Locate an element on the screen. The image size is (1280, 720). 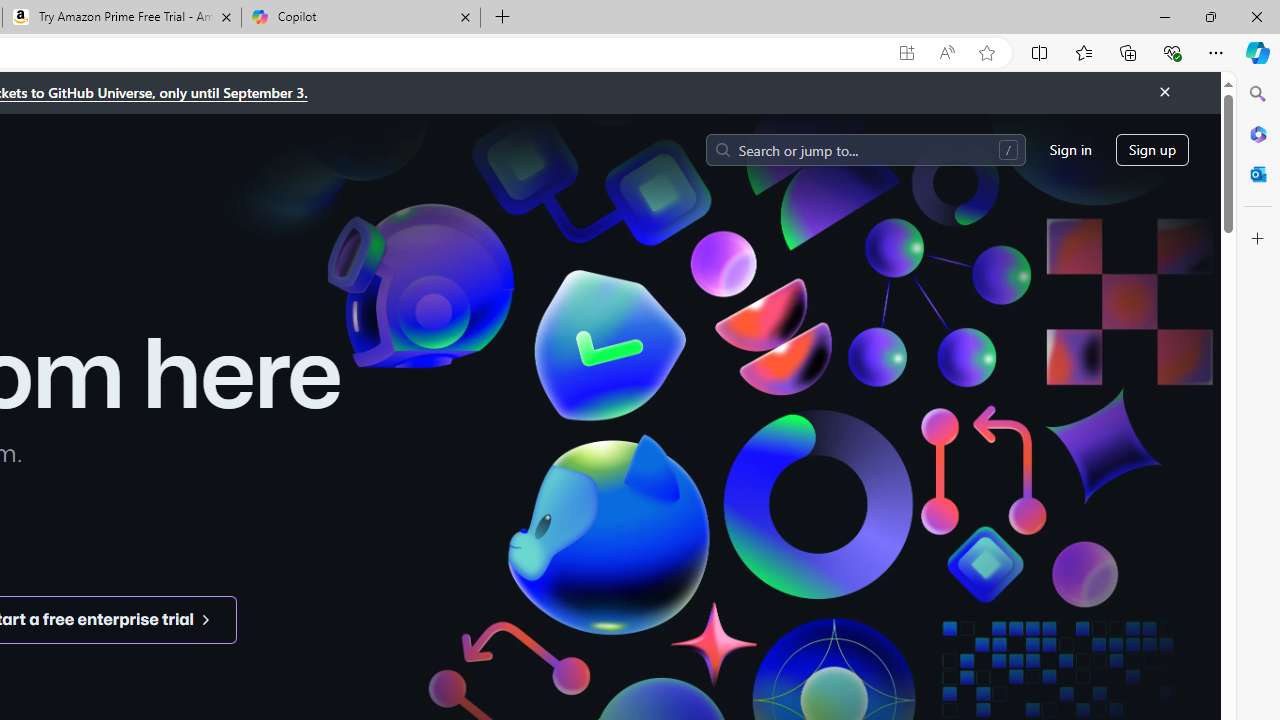
'Collections' is located at coordinates (1128, 51).